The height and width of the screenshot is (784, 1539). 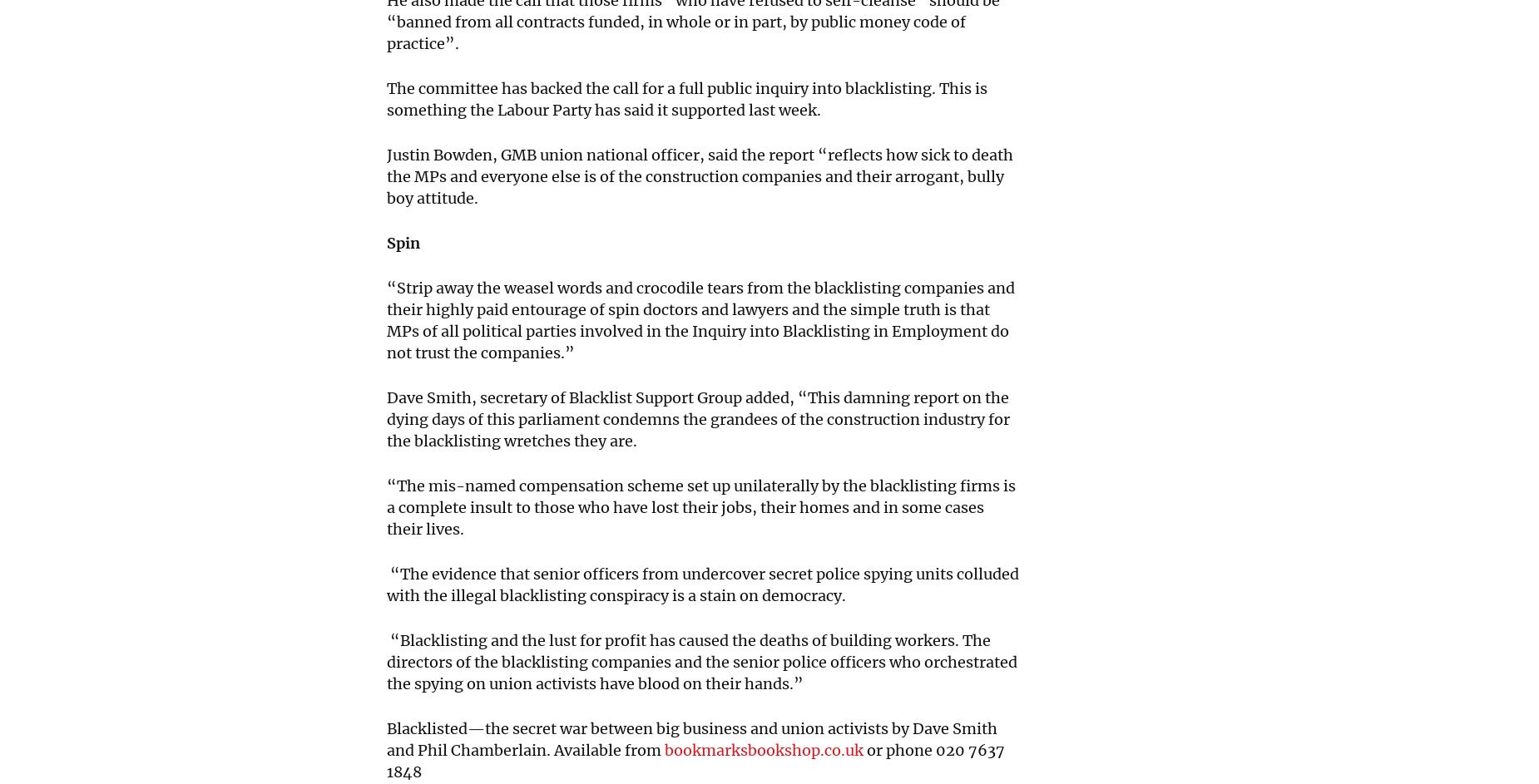 What do you see at coordinates (687, 99) in the screenshot?
I see `'The committee has backed the call for a full public inquiry into blacklisting. This is something the Labour Party has said it supported last week.'` at bounding box center [687, 99].